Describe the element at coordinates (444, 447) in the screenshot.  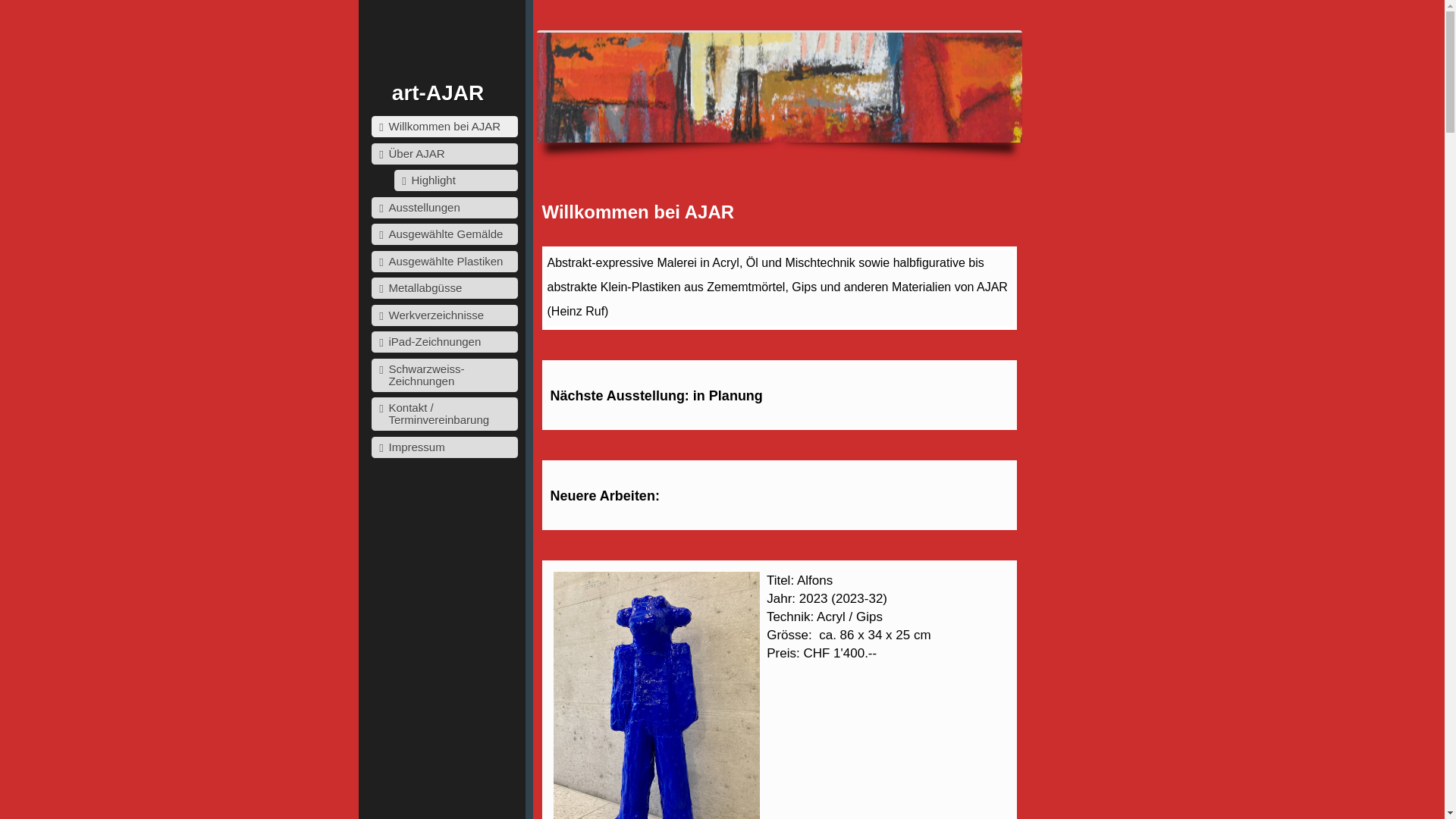
I see `'Impressum'` at that location.